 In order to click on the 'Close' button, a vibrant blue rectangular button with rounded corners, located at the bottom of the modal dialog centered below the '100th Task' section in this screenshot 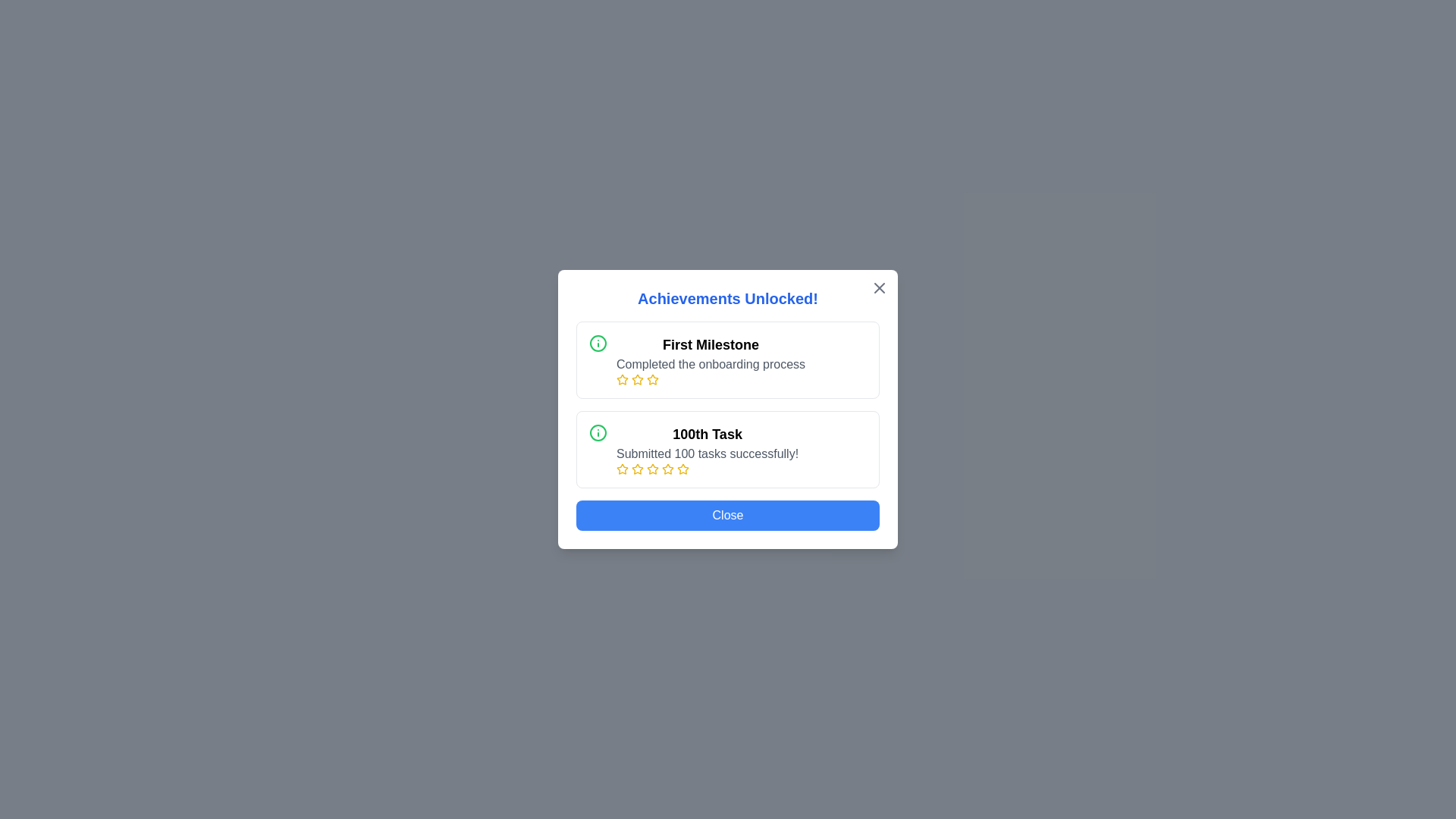, I will do `click(728, 514)`.